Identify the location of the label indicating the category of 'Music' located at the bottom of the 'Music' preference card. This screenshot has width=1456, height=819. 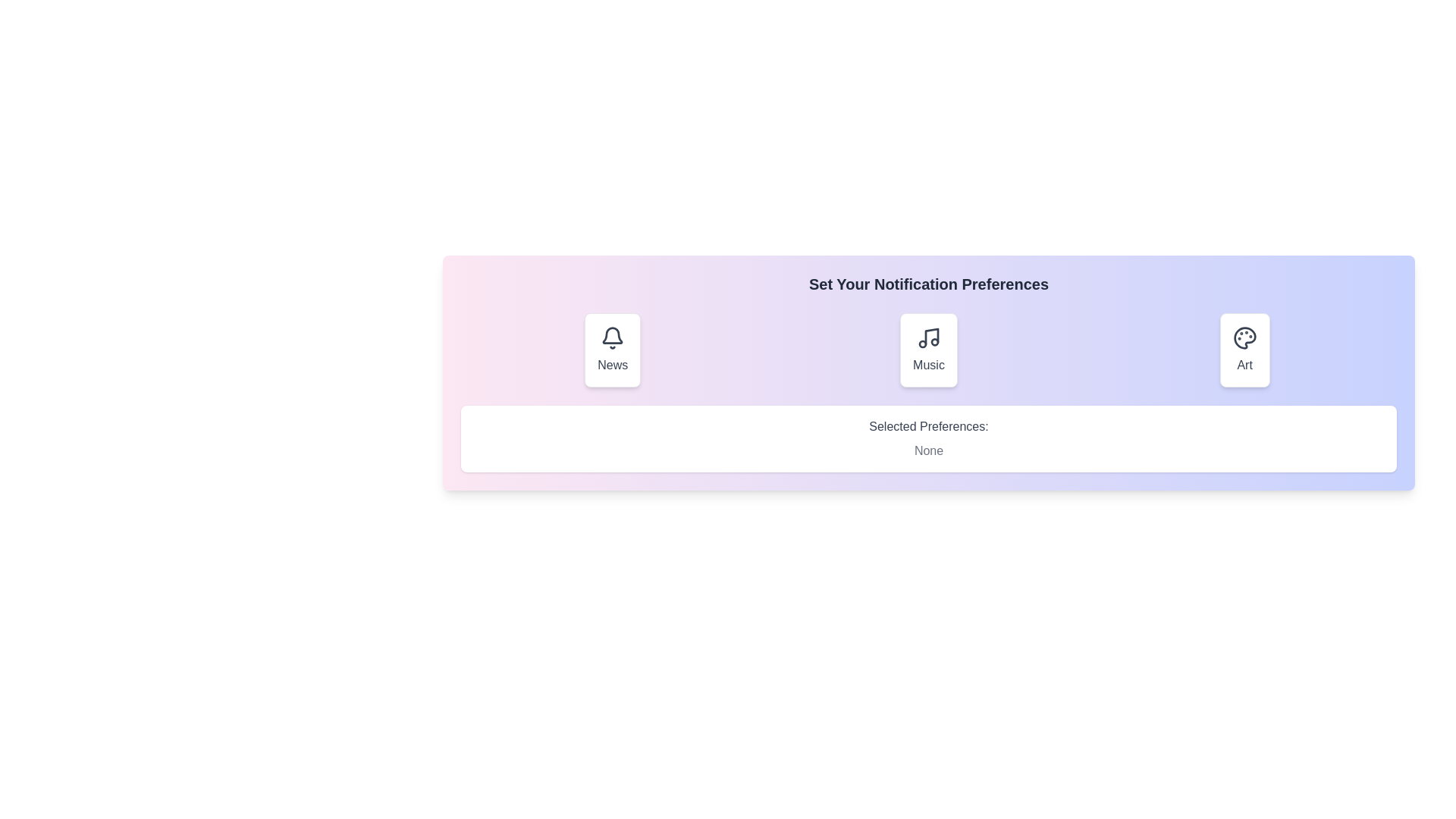
(927, 366).